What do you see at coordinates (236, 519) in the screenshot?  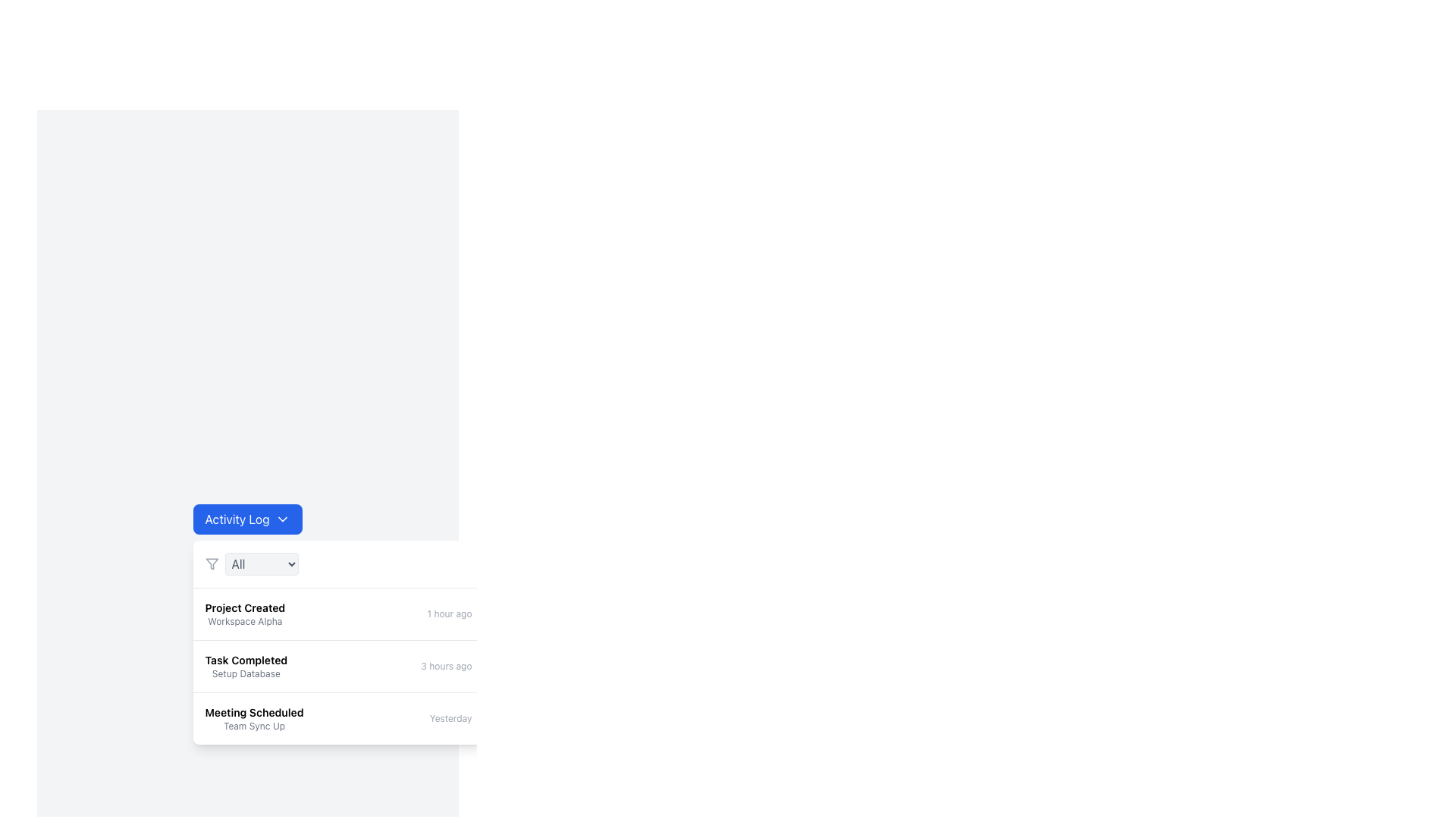 I see `the 'Activity Log' text label which is displayed in white on a blue button, located in the lower central area of the interface, next to a chevron-down icon` at bounding box center [236, 519].